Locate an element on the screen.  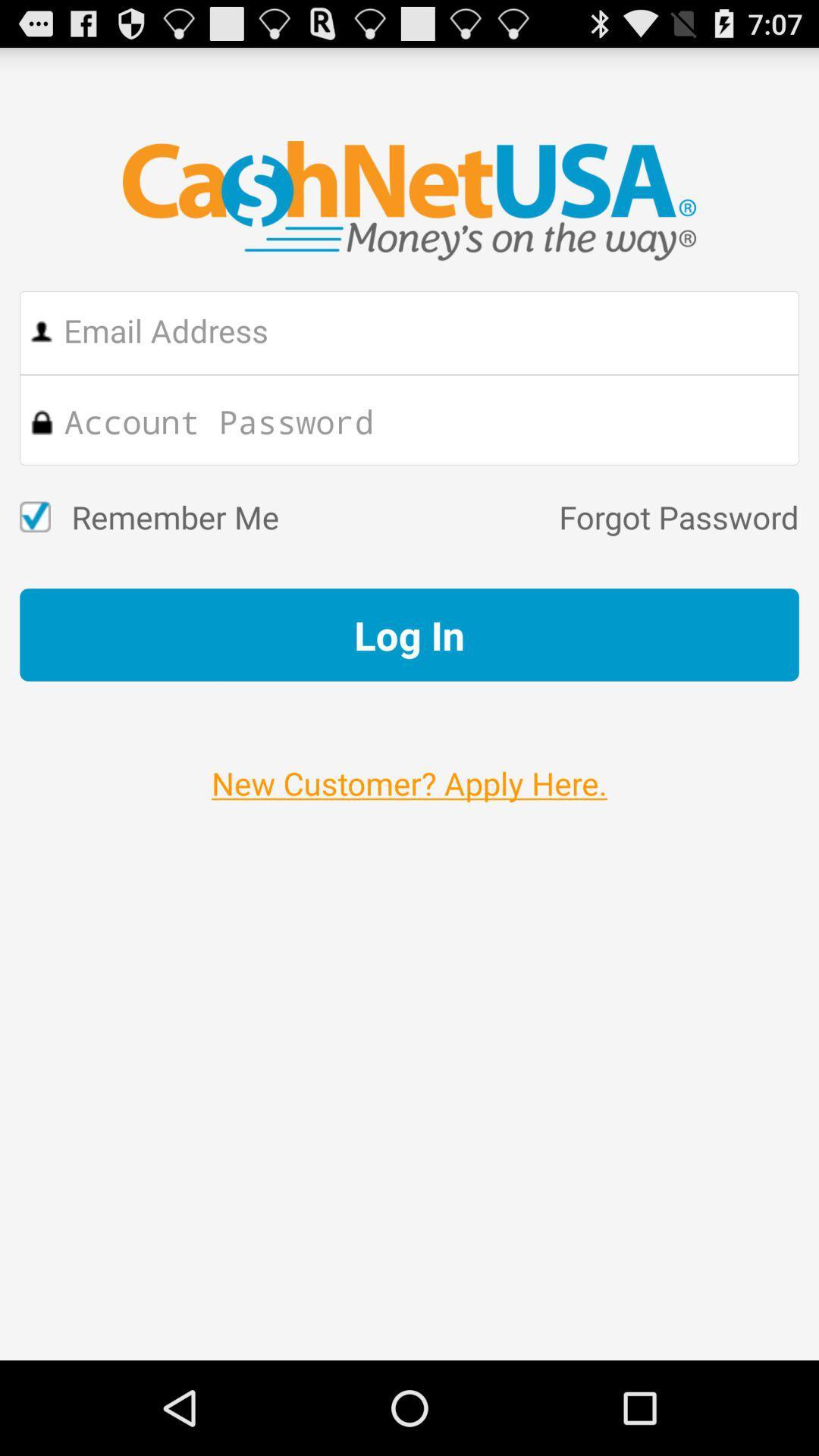
the item above log in button is located at coordinates (538, 516).